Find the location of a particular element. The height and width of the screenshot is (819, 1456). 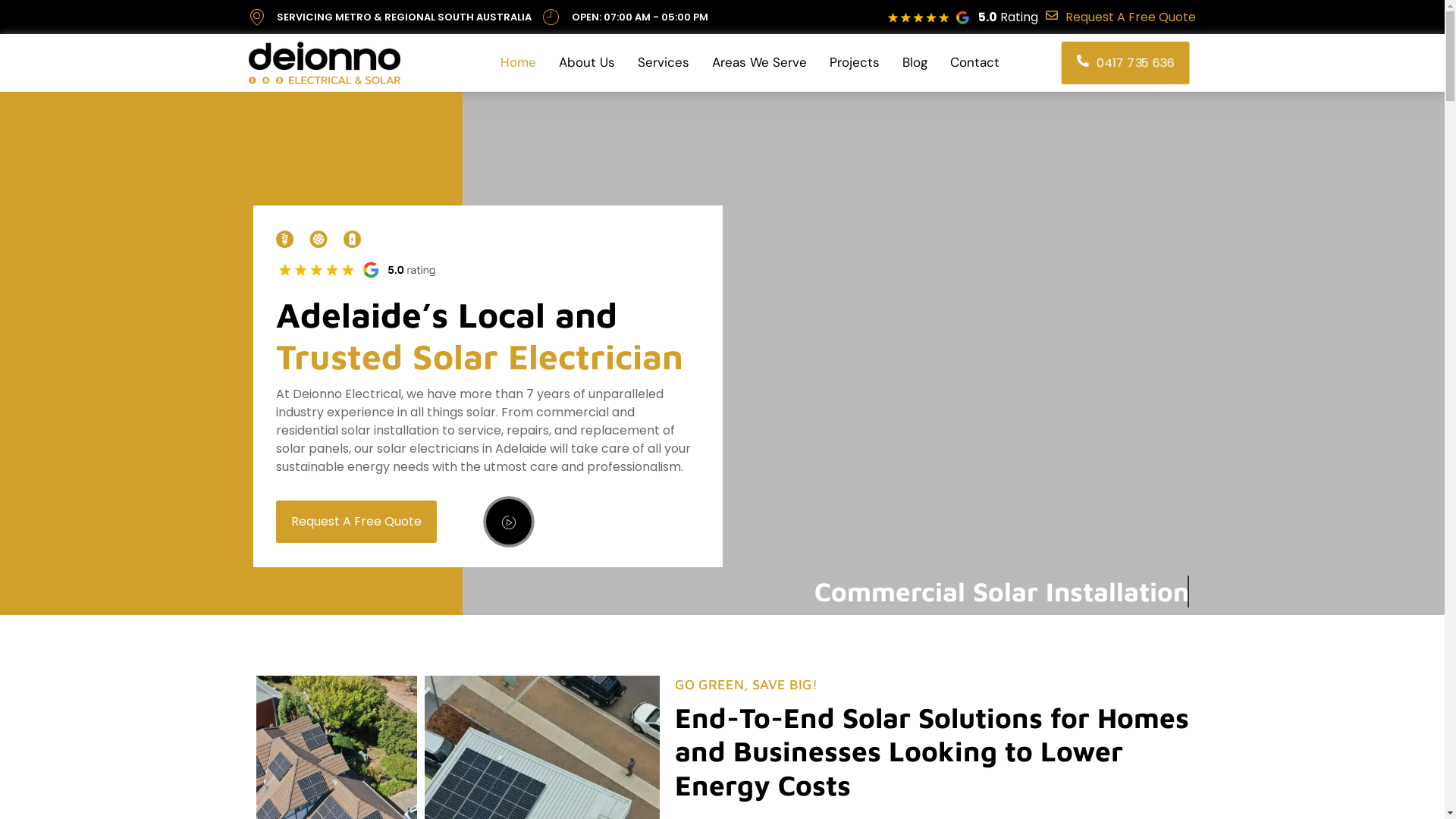

'Solar Electrician Adelaide - Homepage 2' is located at coordinates (359, 268).